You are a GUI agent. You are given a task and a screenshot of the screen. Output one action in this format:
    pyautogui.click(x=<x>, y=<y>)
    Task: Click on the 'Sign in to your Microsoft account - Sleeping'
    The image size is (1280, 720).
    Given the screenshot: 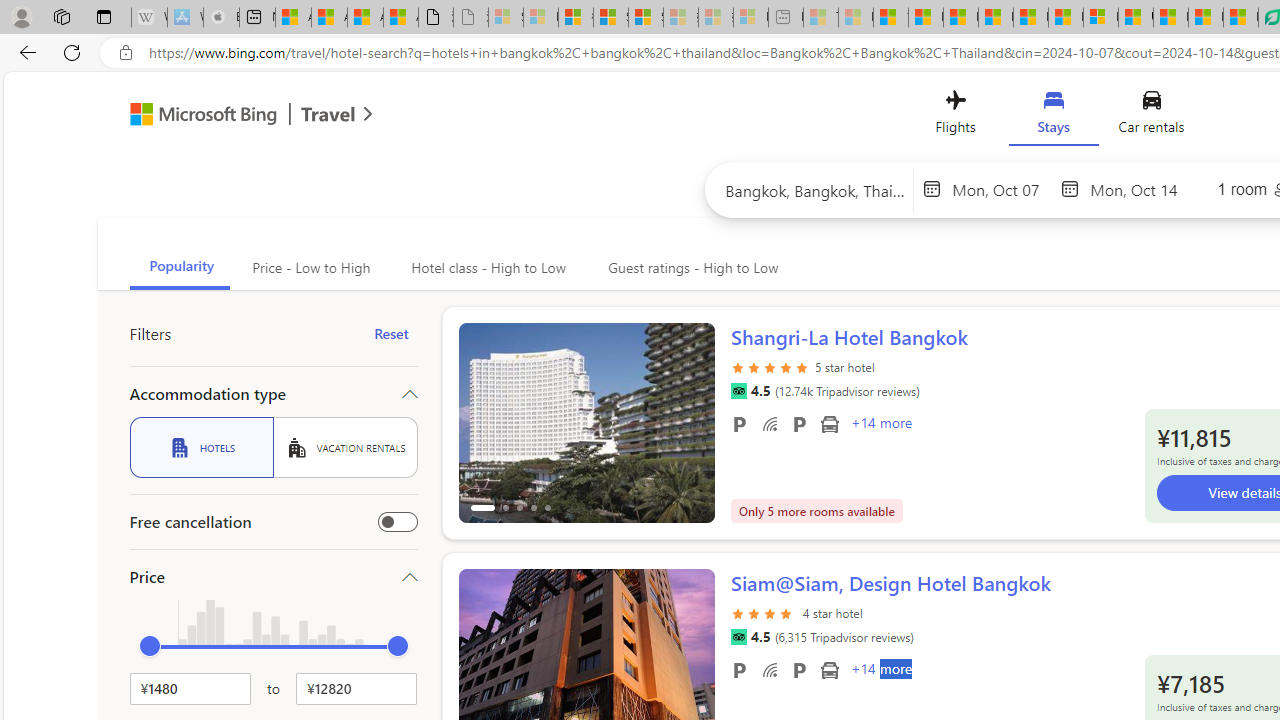 What is the action you would take?
    pyautogui.click(x=506, y=17)
    